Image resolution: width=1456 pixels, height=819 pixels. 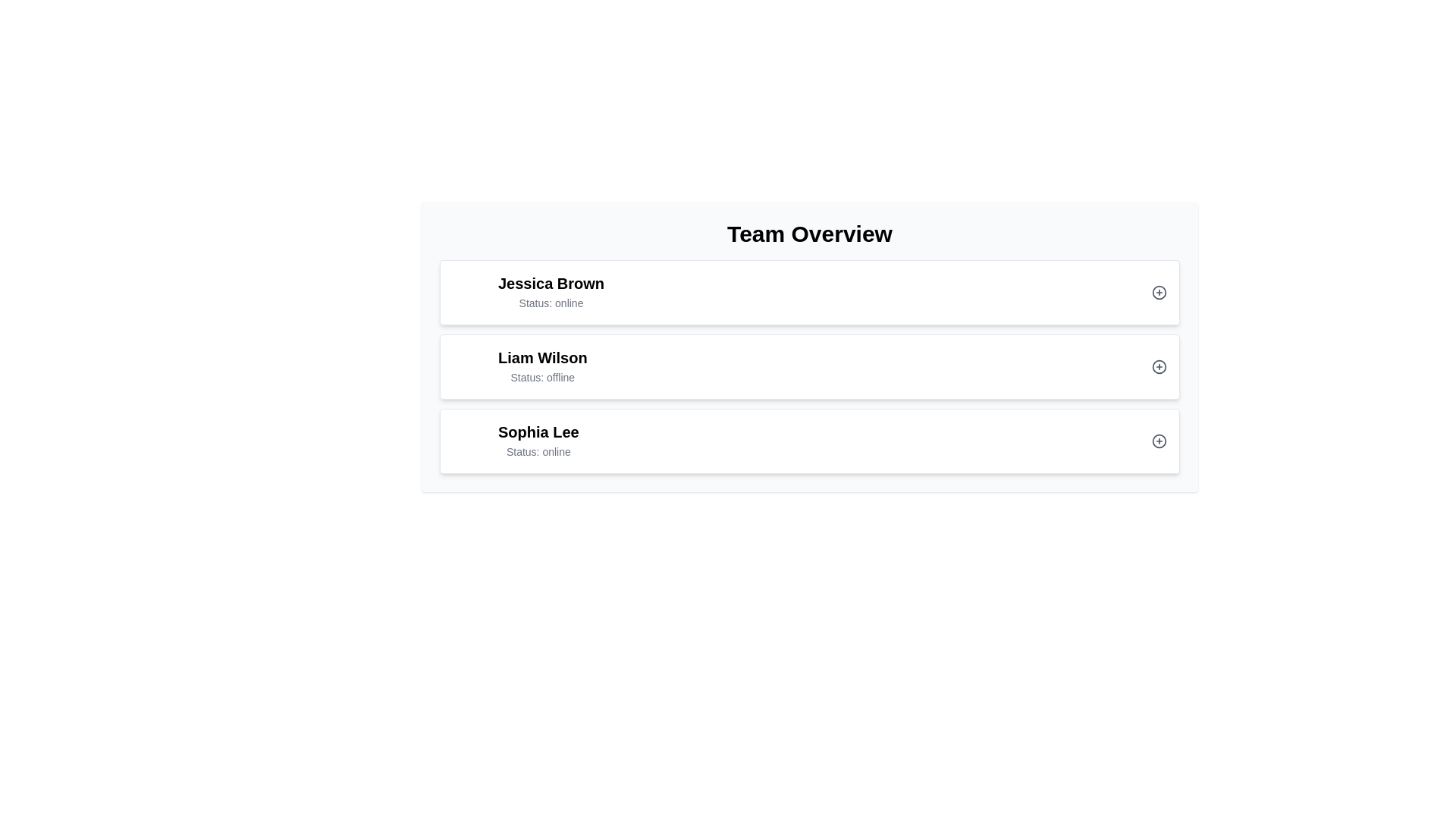 What do you see at coordinates (542, 376) in the screenshot?
I see `the 'offline' status text label located in the 'Liam Wilson' user information card, which is centered horizontally below the name text` at bounding box center [542, 376].